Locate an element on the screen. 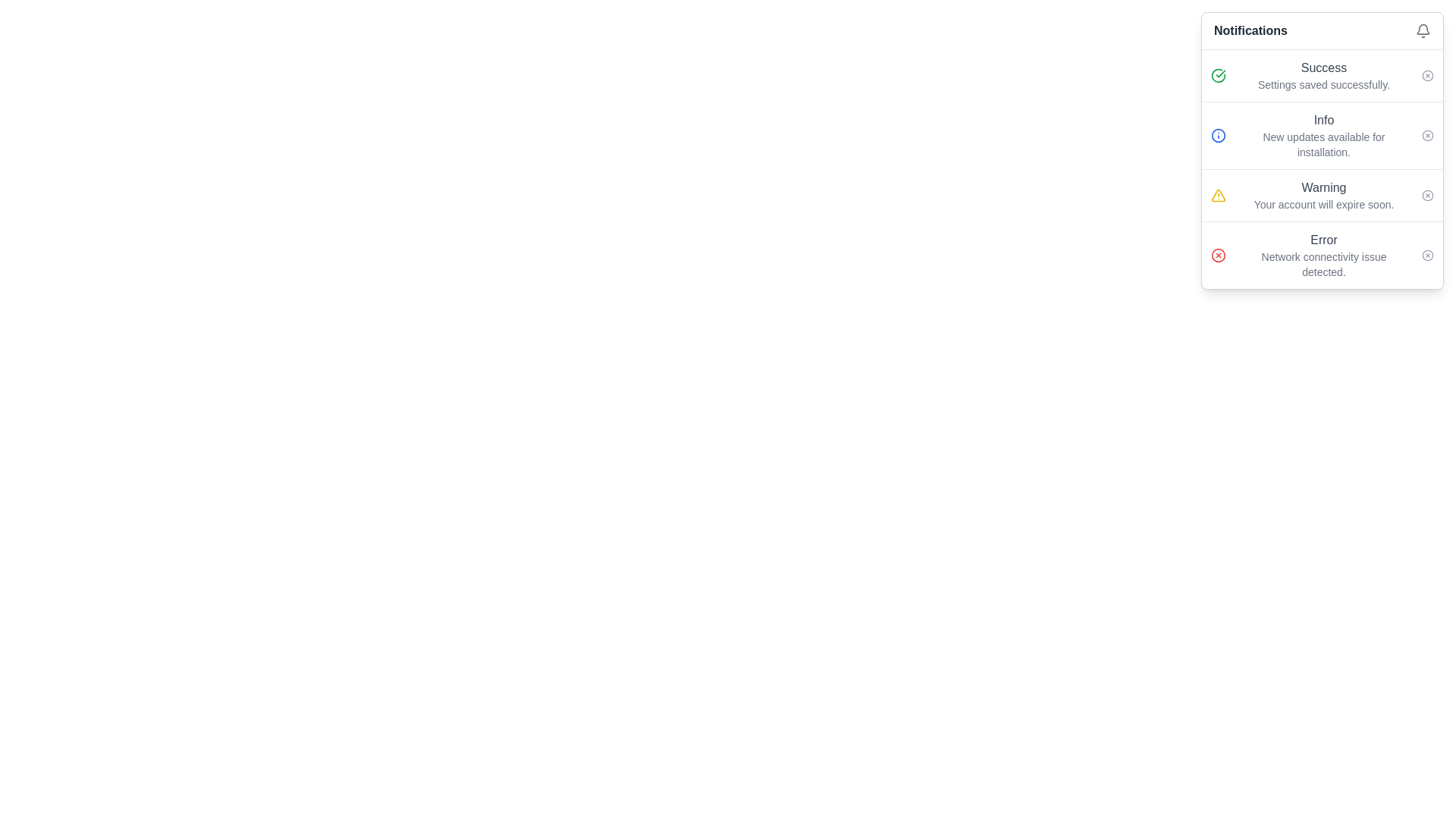 This screenshot has width=1456, height=819. the warning notification icon located in the third row of the notifications panel, positioned to the left of the text 'Warning: Your account will expire soon.' is located at coordinates (1219, 195).